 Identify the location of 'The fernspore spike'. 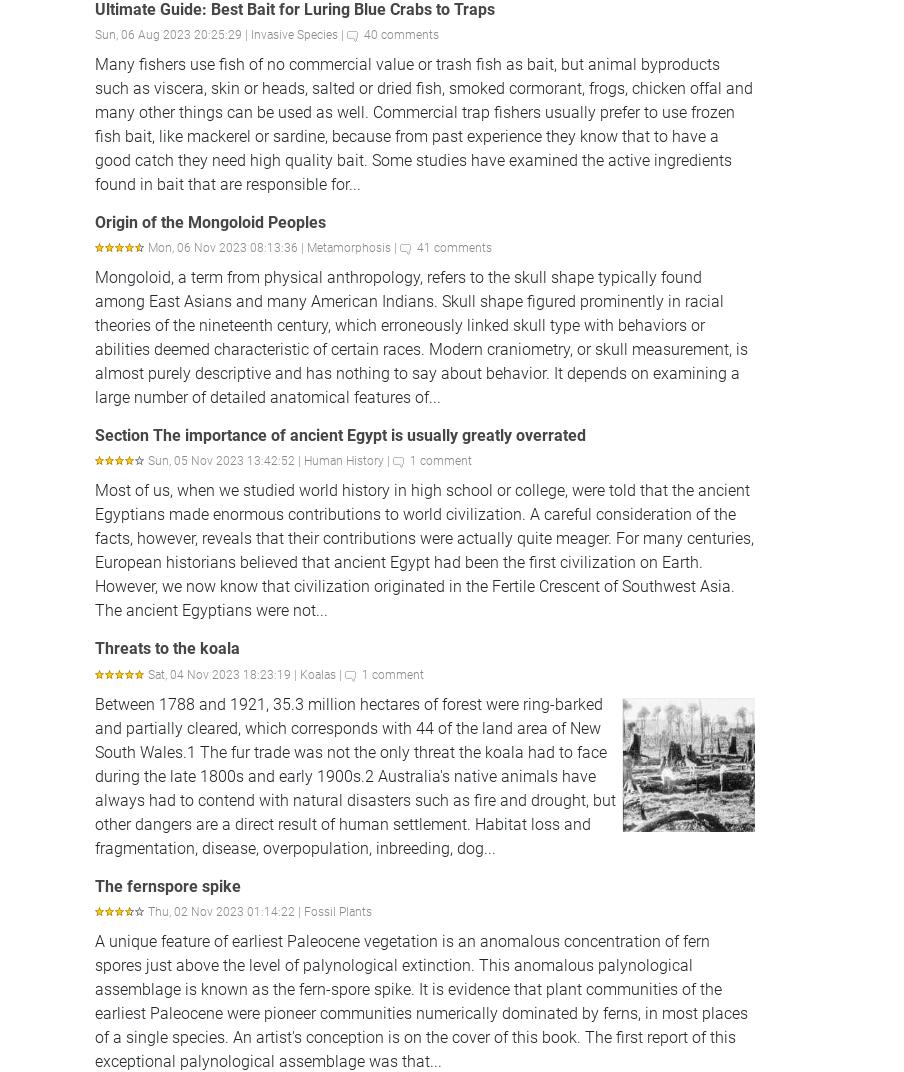
(166, 885).